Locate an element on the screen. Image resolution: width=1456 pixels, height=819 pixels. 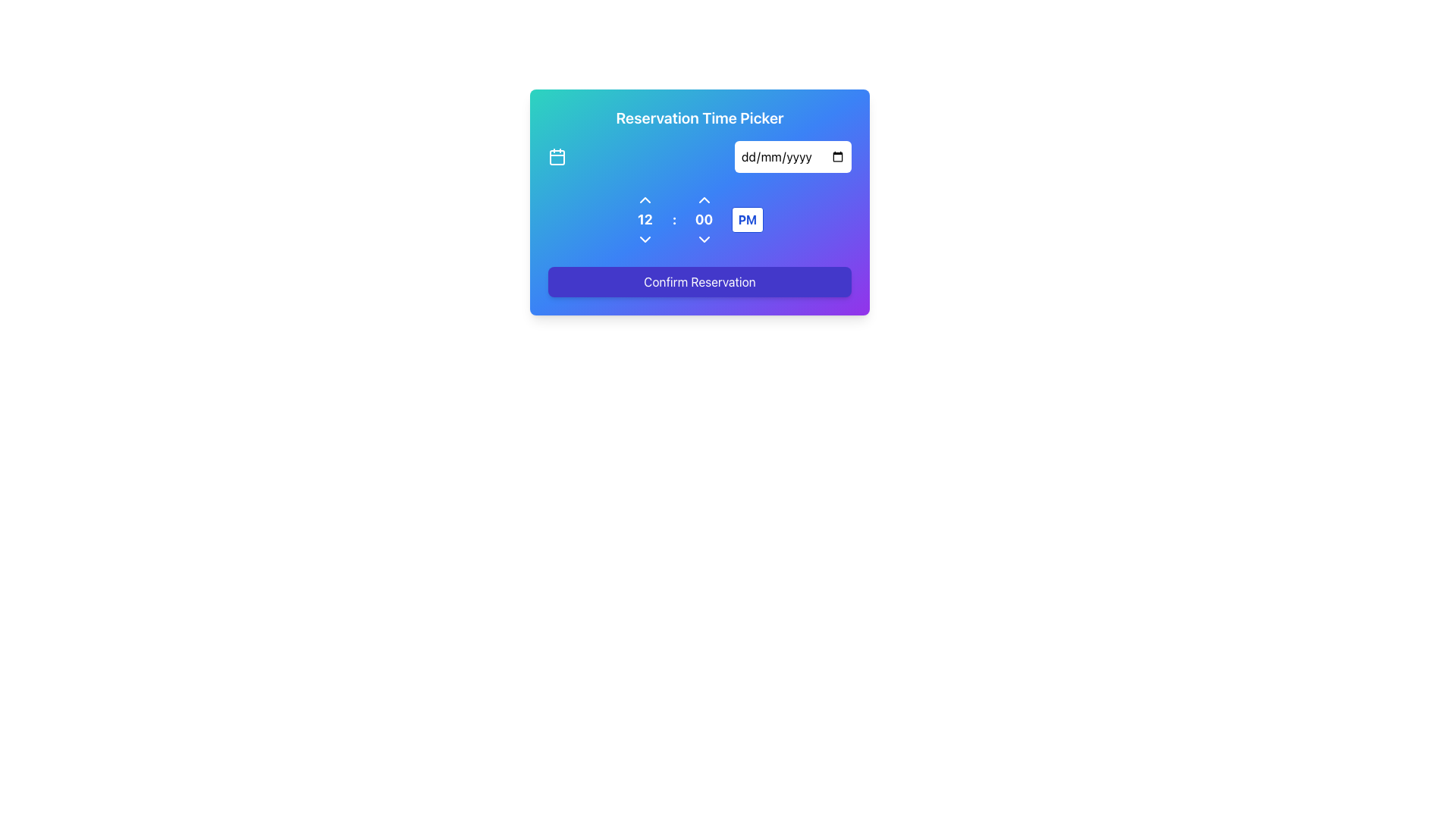
the text display element that shows the current selected value for the minute field in the time picker is located at coordinates (703, 219).